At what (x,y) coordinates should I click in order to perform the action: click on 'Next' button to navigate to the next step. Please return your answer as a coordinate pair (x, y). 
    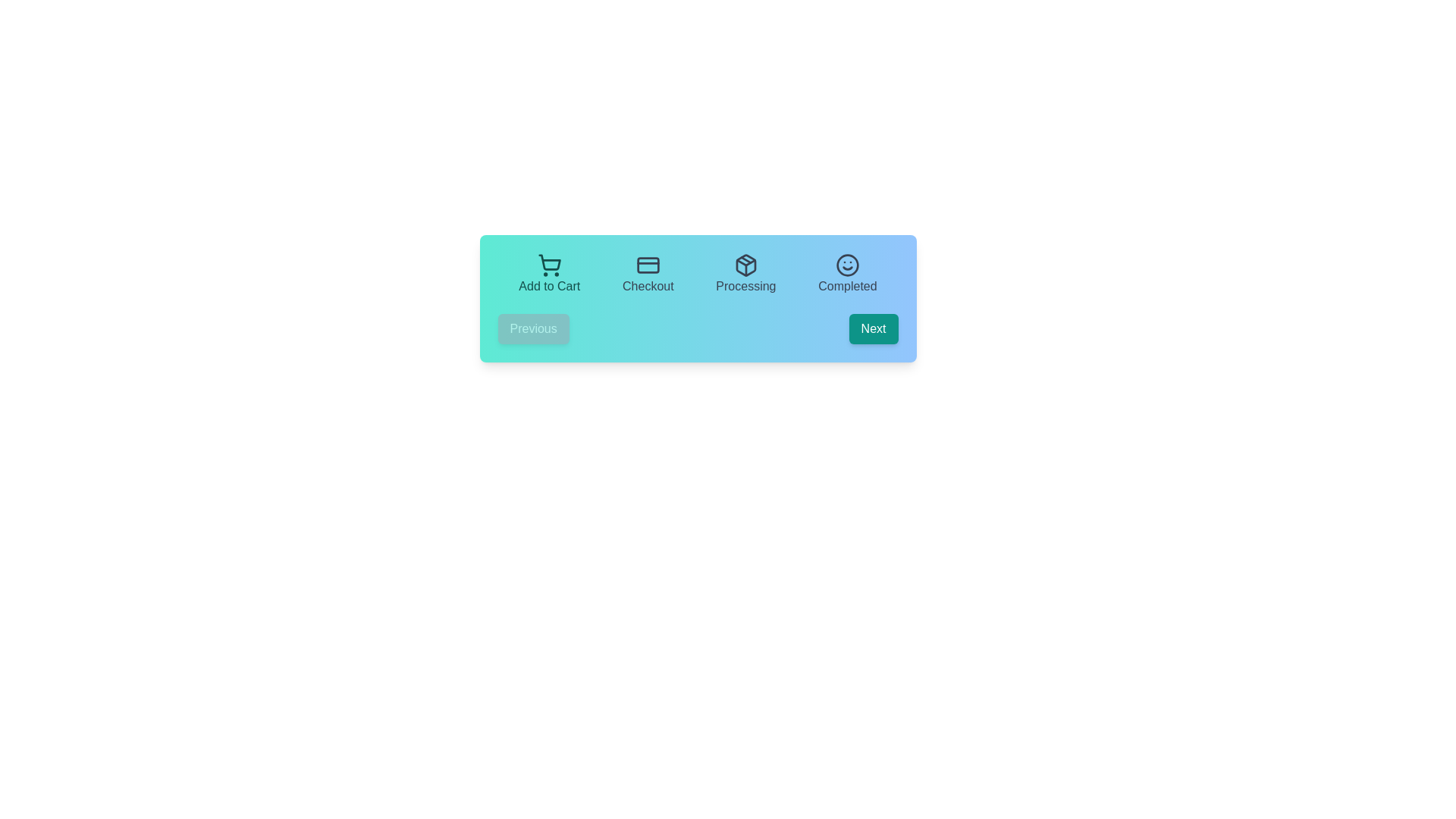
    Looking at the image, I should click on (874, 328).